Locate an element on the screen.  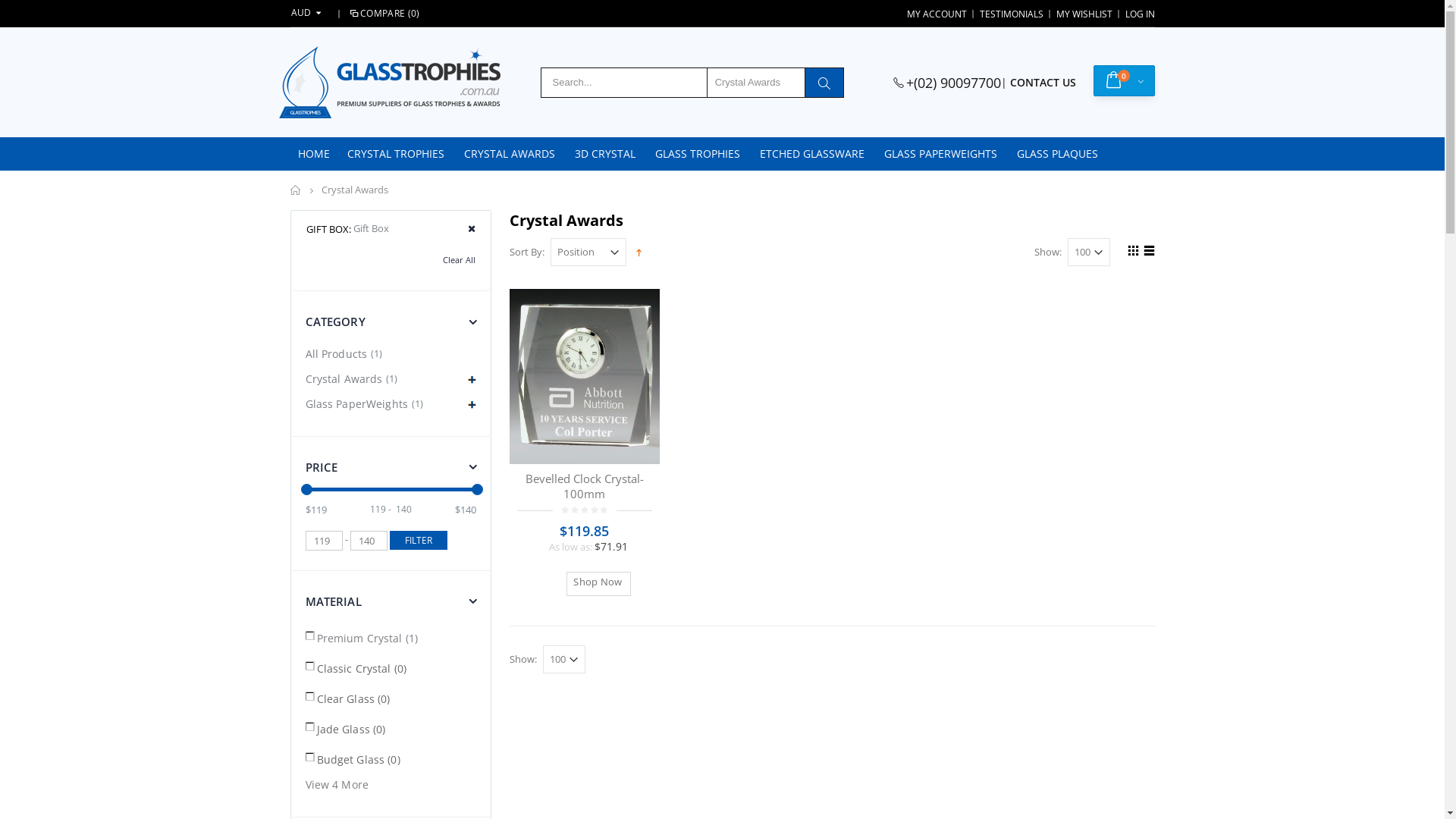
'Set Descending Direction' is located at coordinates (639, 250).